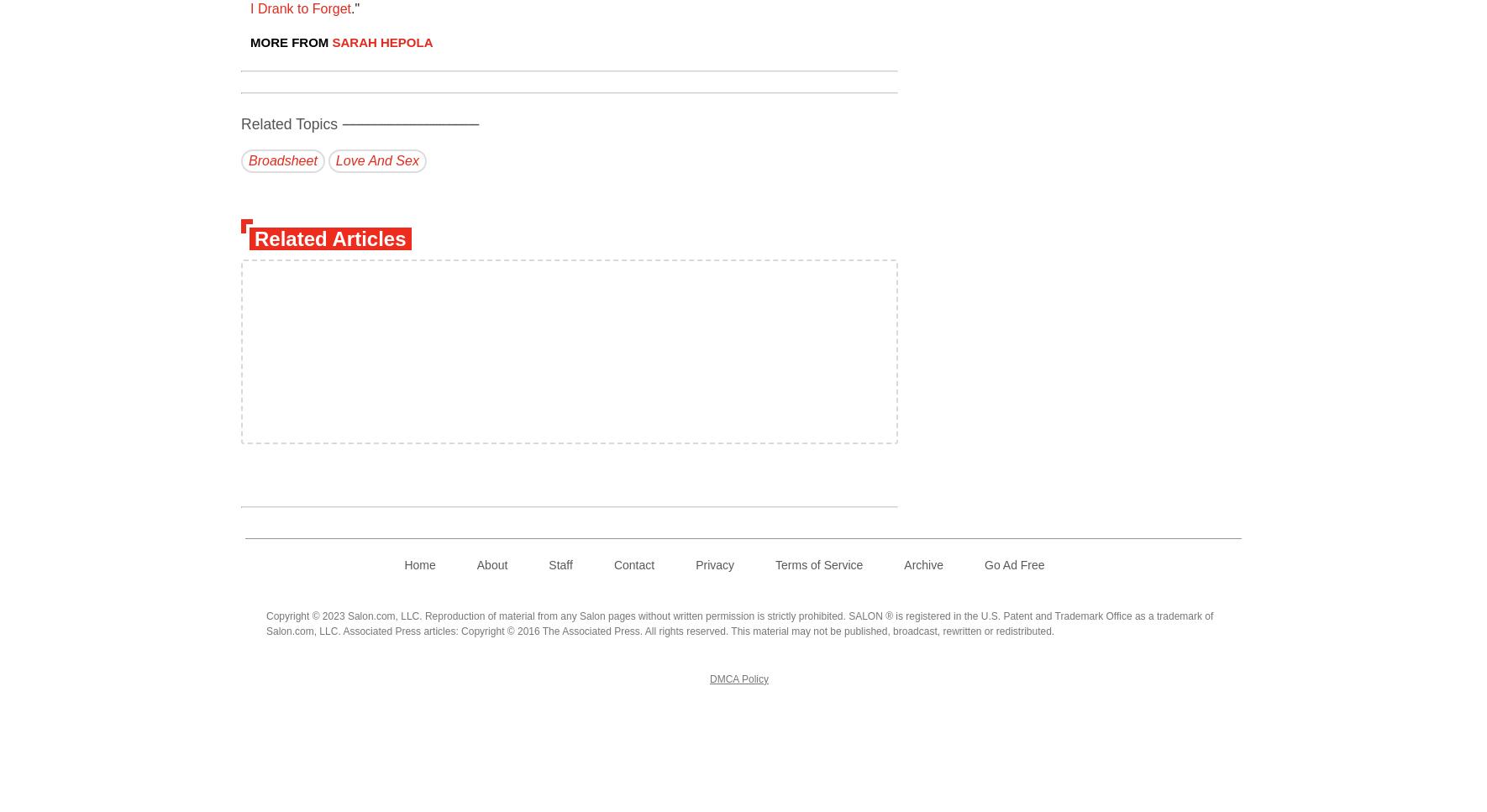 Image resolution: width=1487 pixels, height=812 pixels. What do you see at coordinates (254, 238) in the screenshot?
I see `'Related Articles'` at bounding box center [254, 238].